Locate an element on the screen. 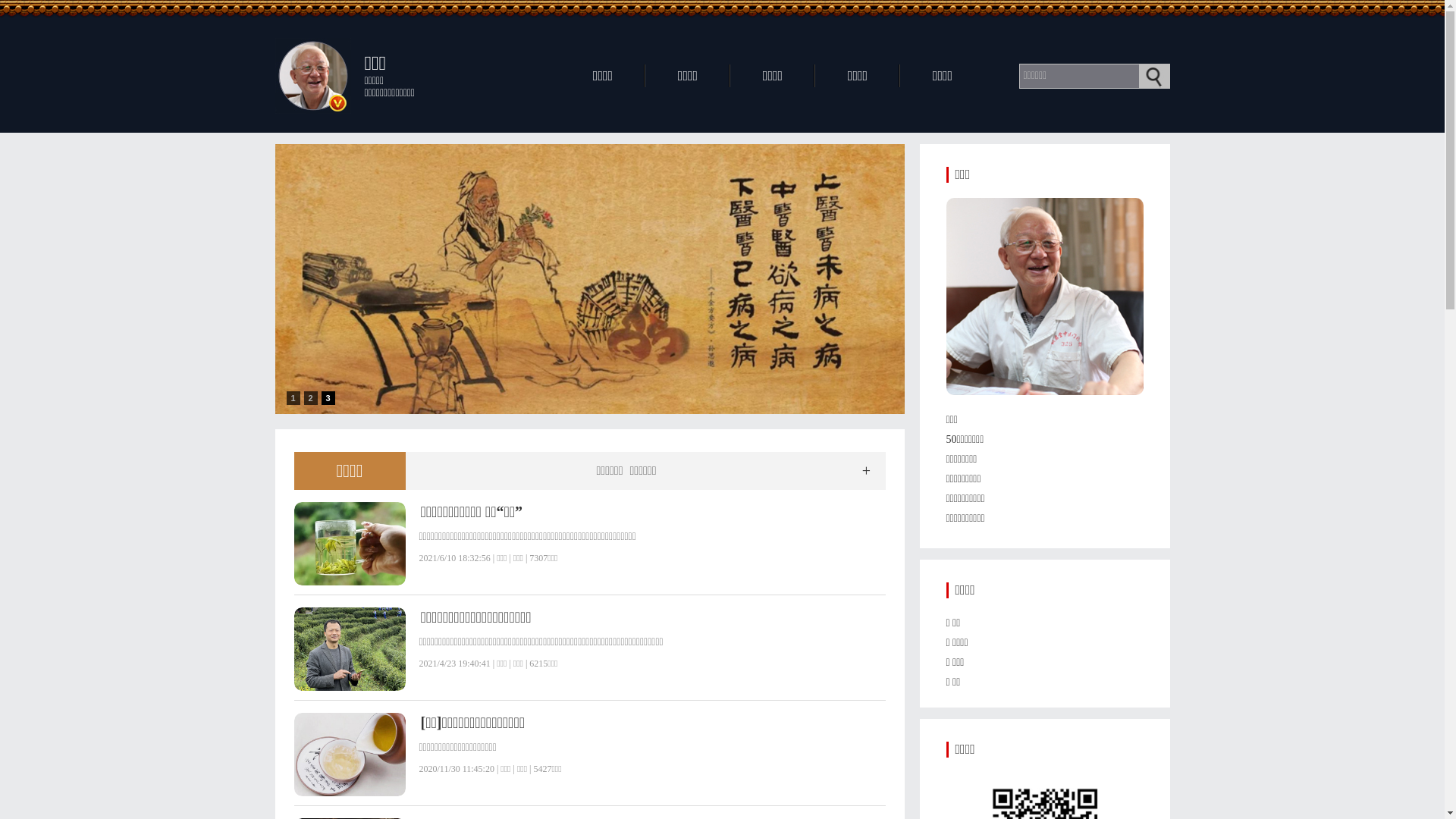 This screenshot has height=819, width=1456. '1' is located at coordinates (293, 397).